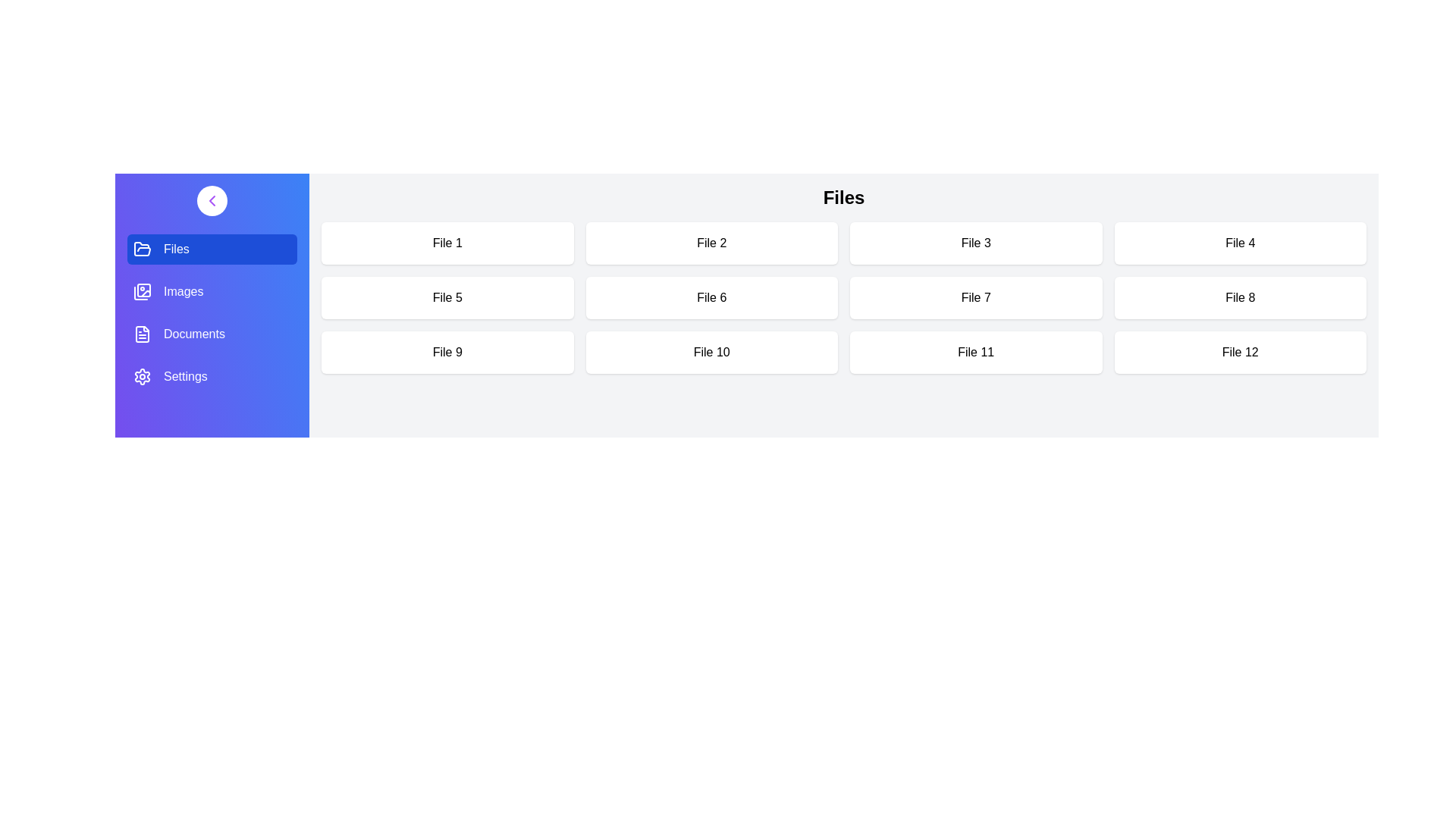  Describe the element at coordinates (211, 333) in the screenshot. I see `the category Documents from the sidebar menu` at that location.